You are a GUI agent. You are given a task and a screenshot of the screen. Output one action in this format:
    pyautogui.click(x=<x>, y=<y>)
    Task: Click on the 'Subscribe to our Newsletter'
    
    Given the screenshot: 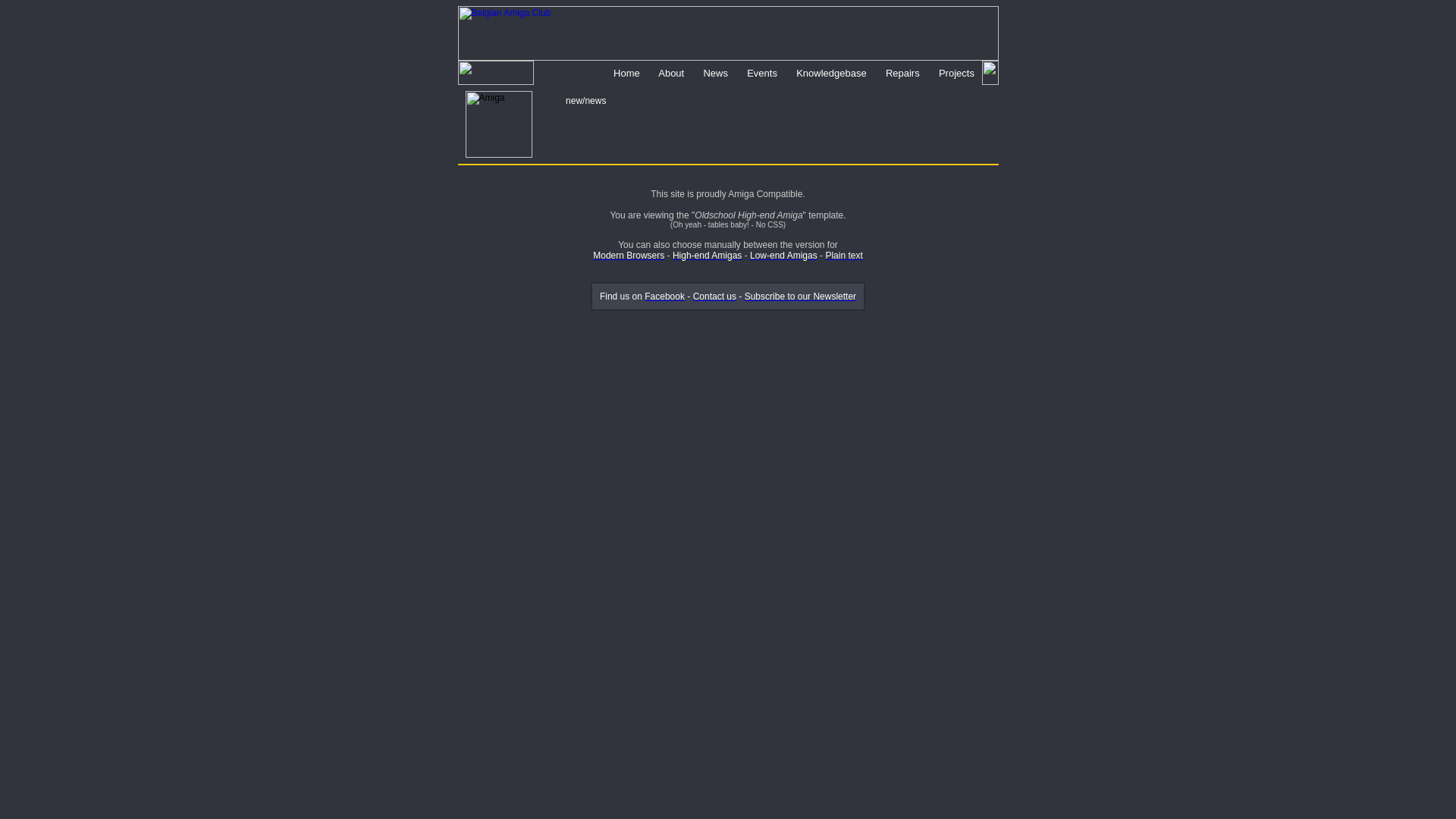 What is the action you would take?
    pyautogui.click(x=799, y=296)
    